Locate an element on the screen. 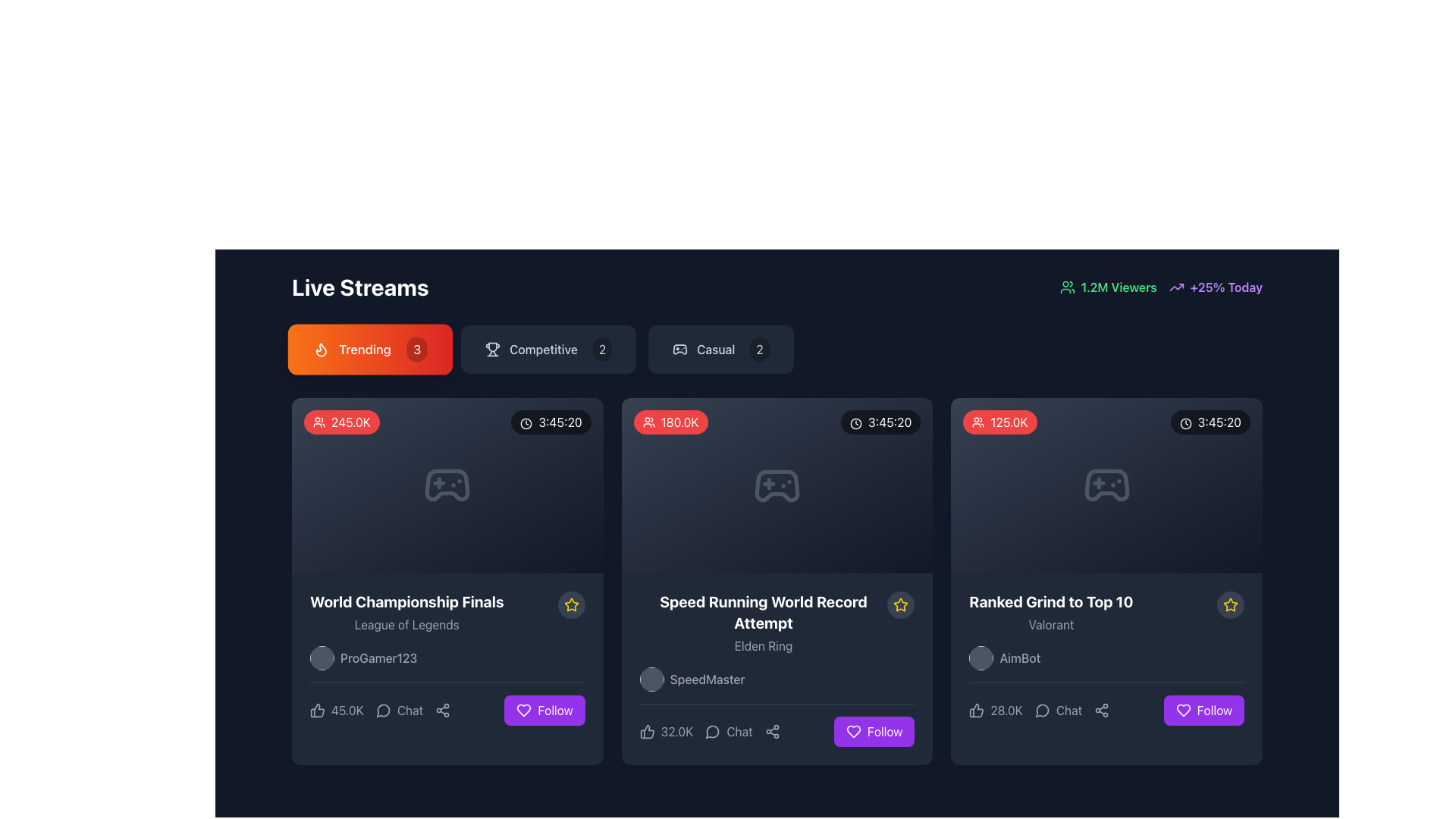  the share button located in the bottom bar of the 'Ranked Grind to Top 10' card, which is the third icon from the left is located at coordinates (1102, 711).